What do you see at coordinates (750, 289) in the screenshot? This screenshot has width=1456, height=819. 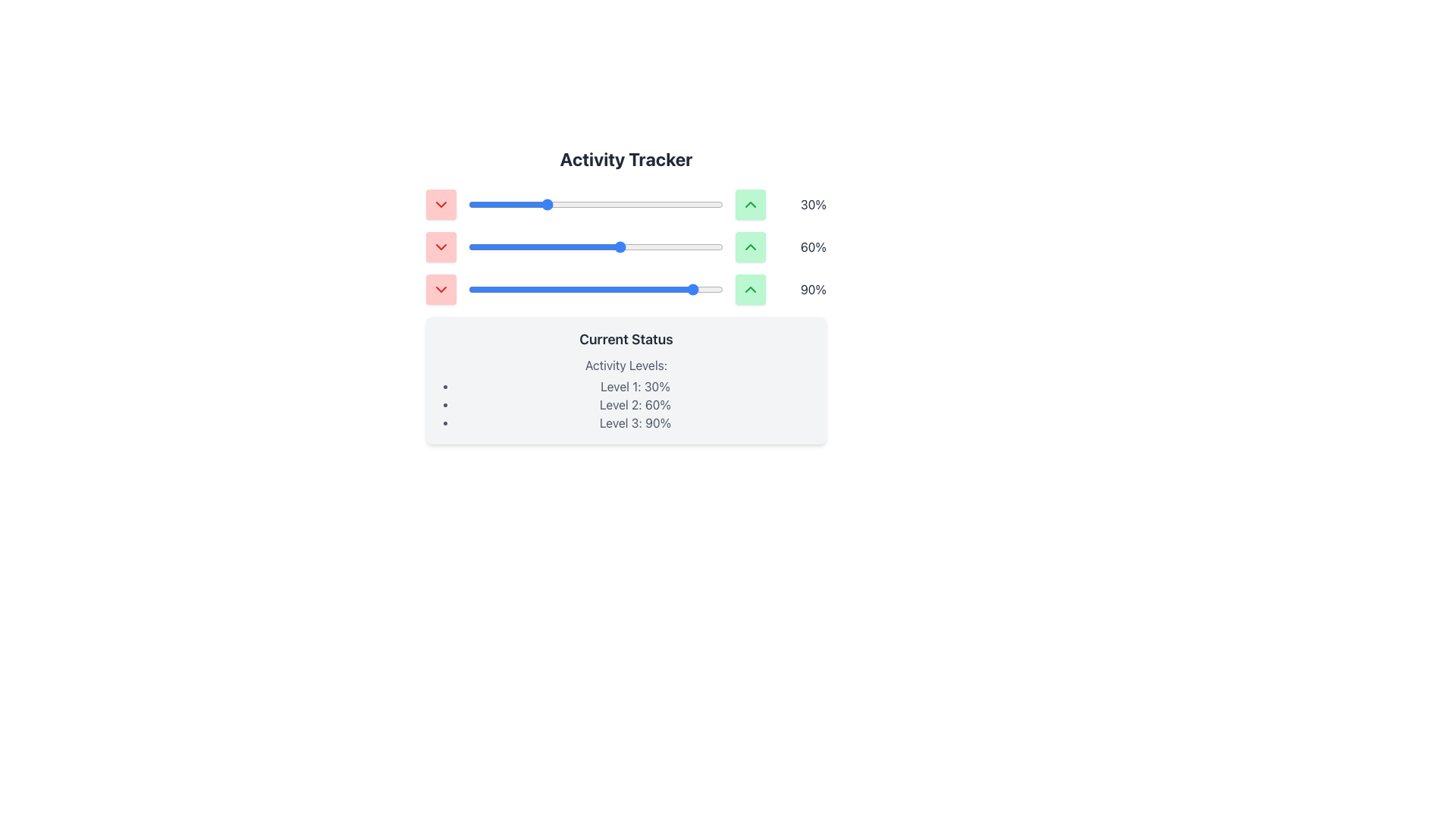 I see `the green upward-pointing chevron button, which is the third in a vertical stack and located to the right of the '90%' label, to increase the value` at bounding box center [750, 289].